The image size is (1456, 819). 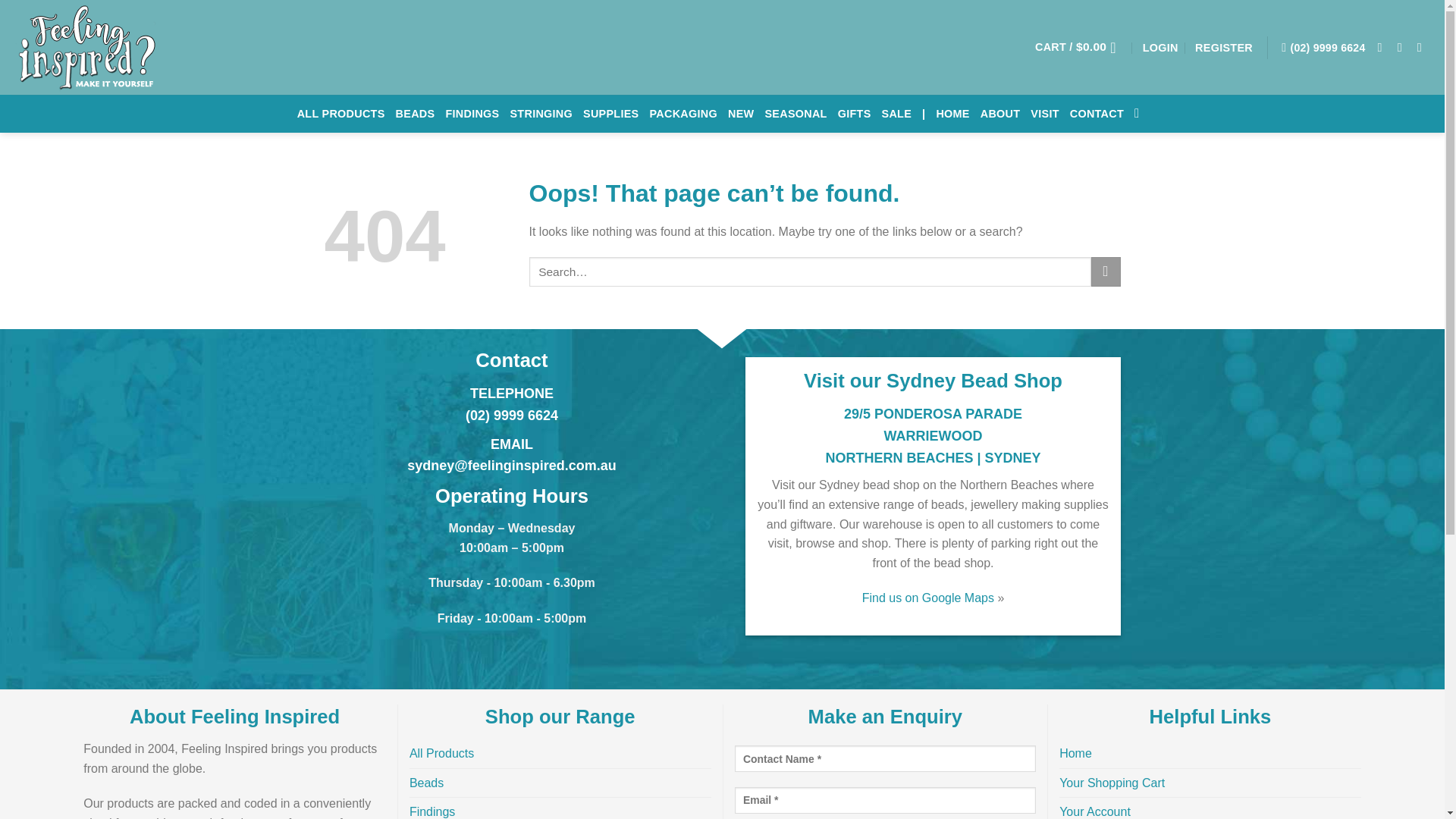 What do you see at coordinates (1075, 754) in the screenshot?
I see `'Home'` at bounding box center [1075, 754].